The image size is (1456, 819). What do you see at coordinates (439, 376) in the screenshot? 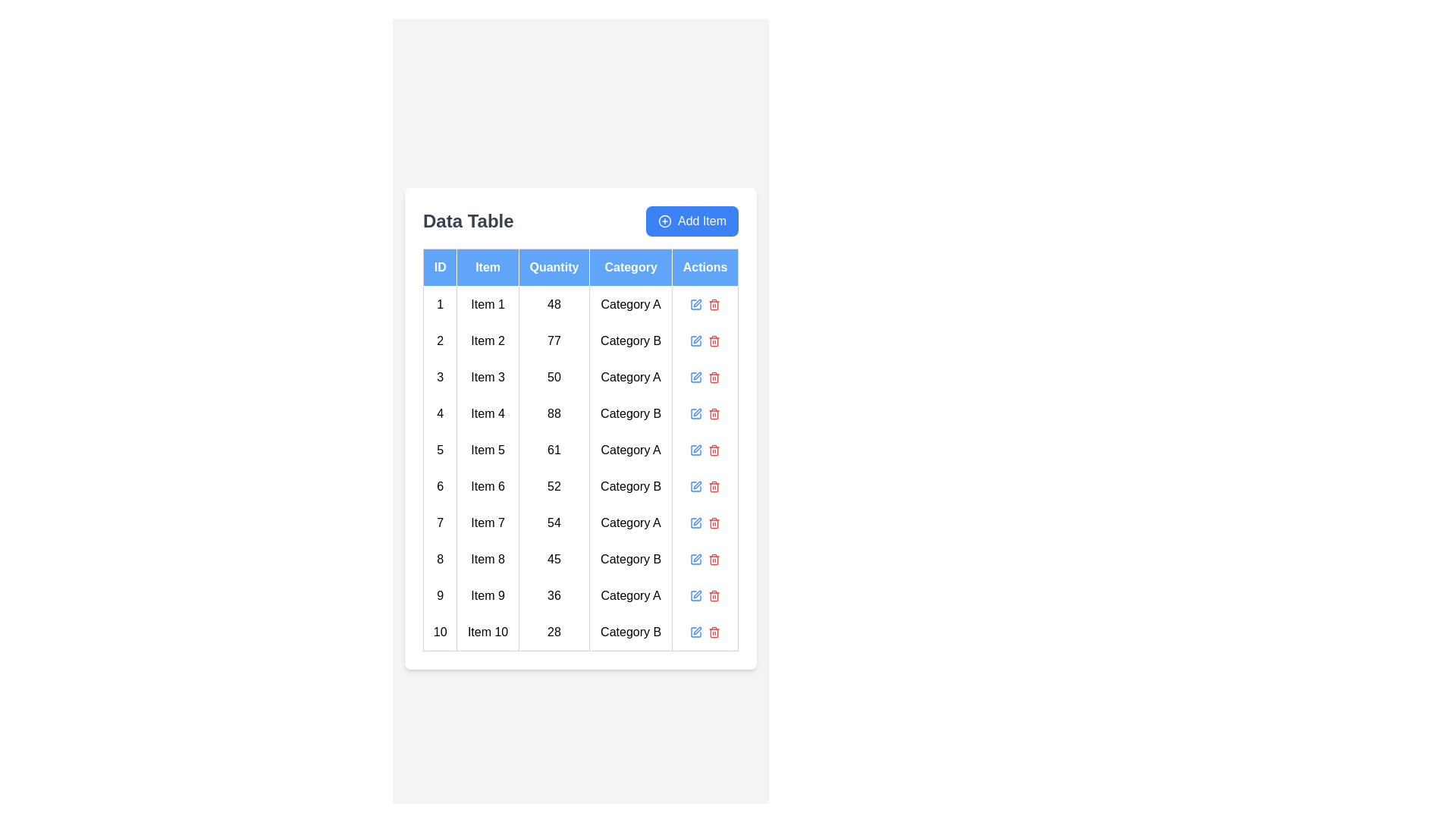
I see `the text label` at bounding box center [439, 376].